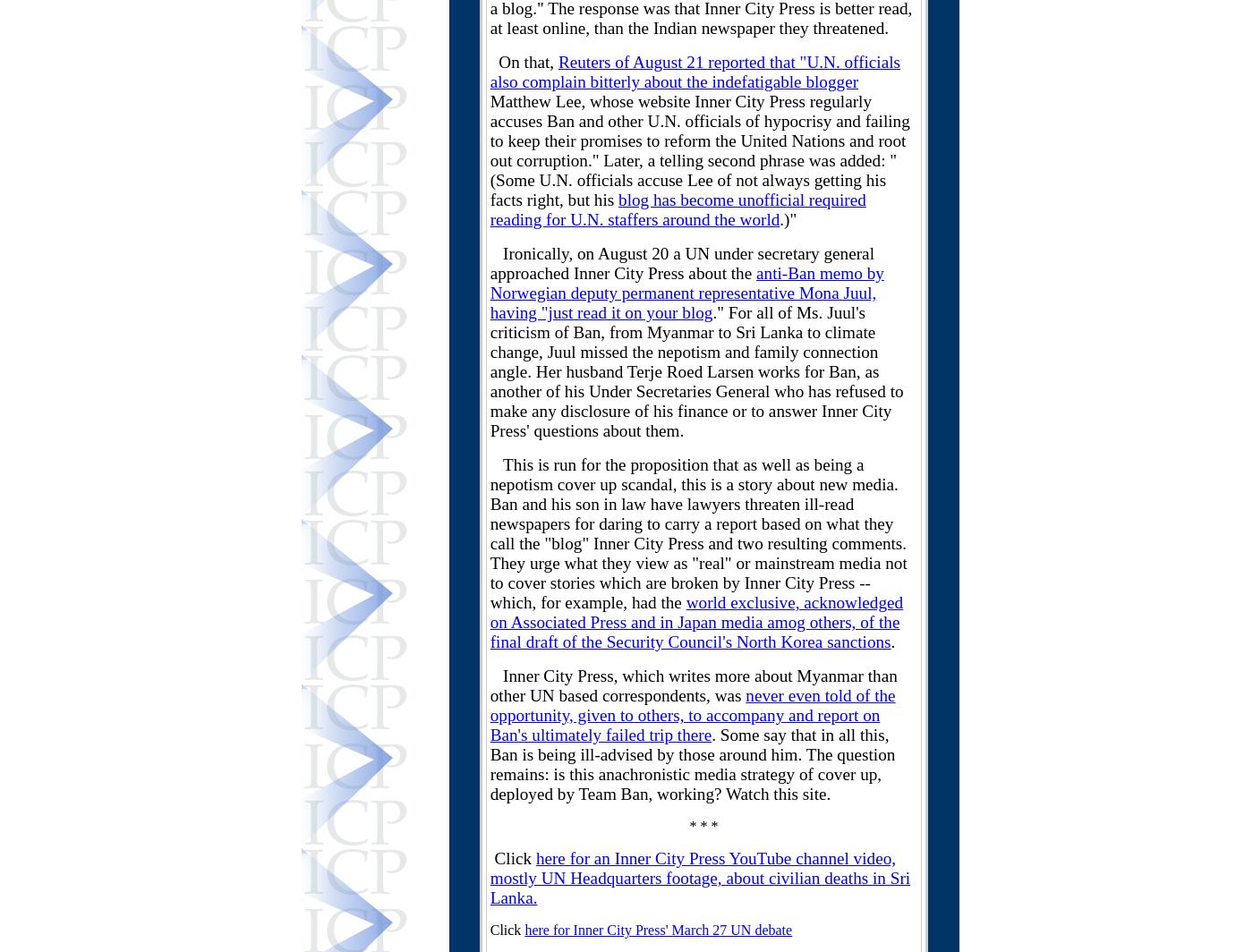  Describe the element at coordinates (692, 715) in the screenshot. I see `'never
even told of
the opportunity, given to others, to accompany and report on Ban's
ultimately failed trip there'` at that location.